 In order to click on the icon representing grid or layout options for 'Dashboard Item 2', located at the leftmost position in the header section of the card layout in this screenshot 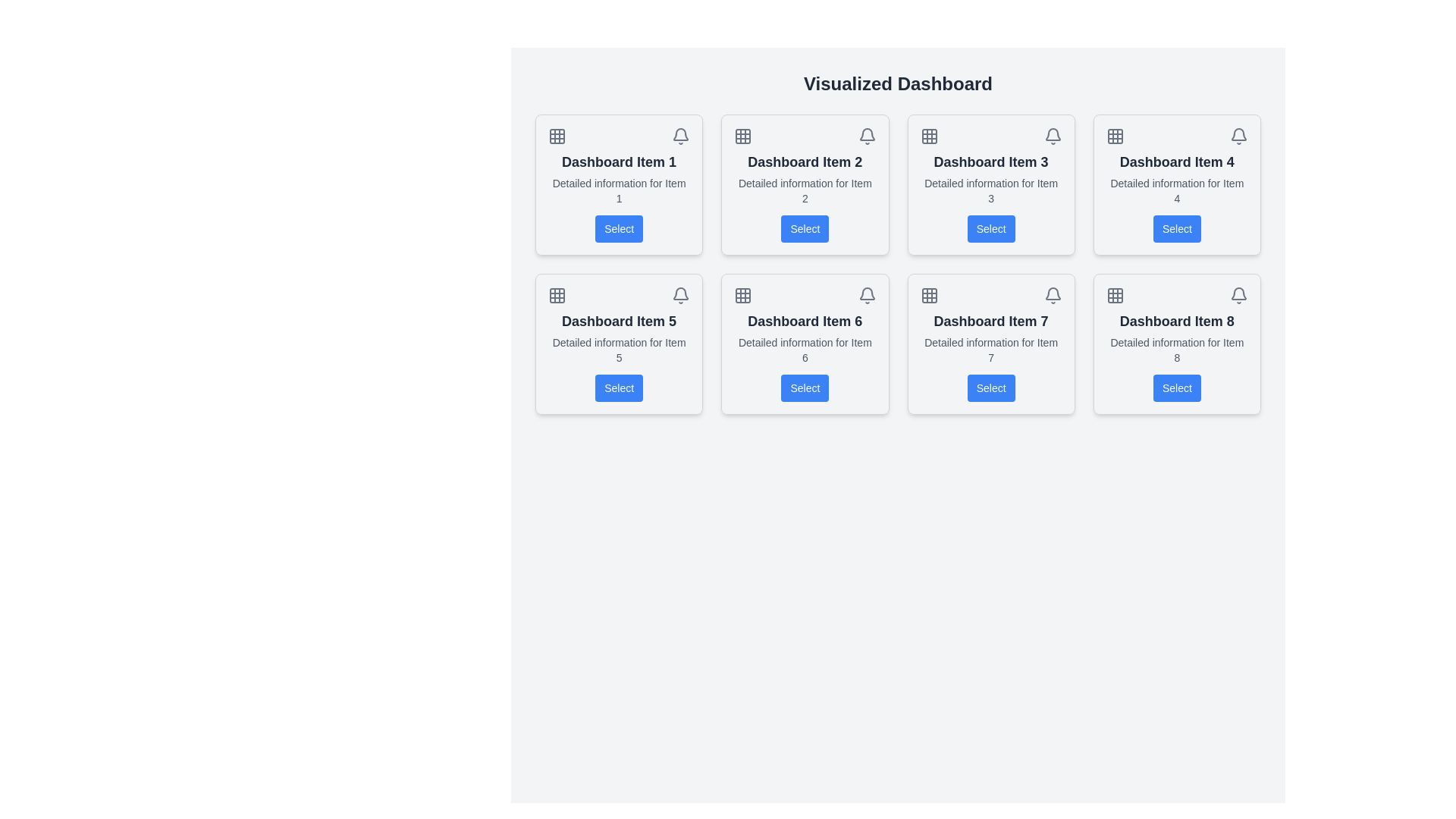, I will do `click(743, 136)`.